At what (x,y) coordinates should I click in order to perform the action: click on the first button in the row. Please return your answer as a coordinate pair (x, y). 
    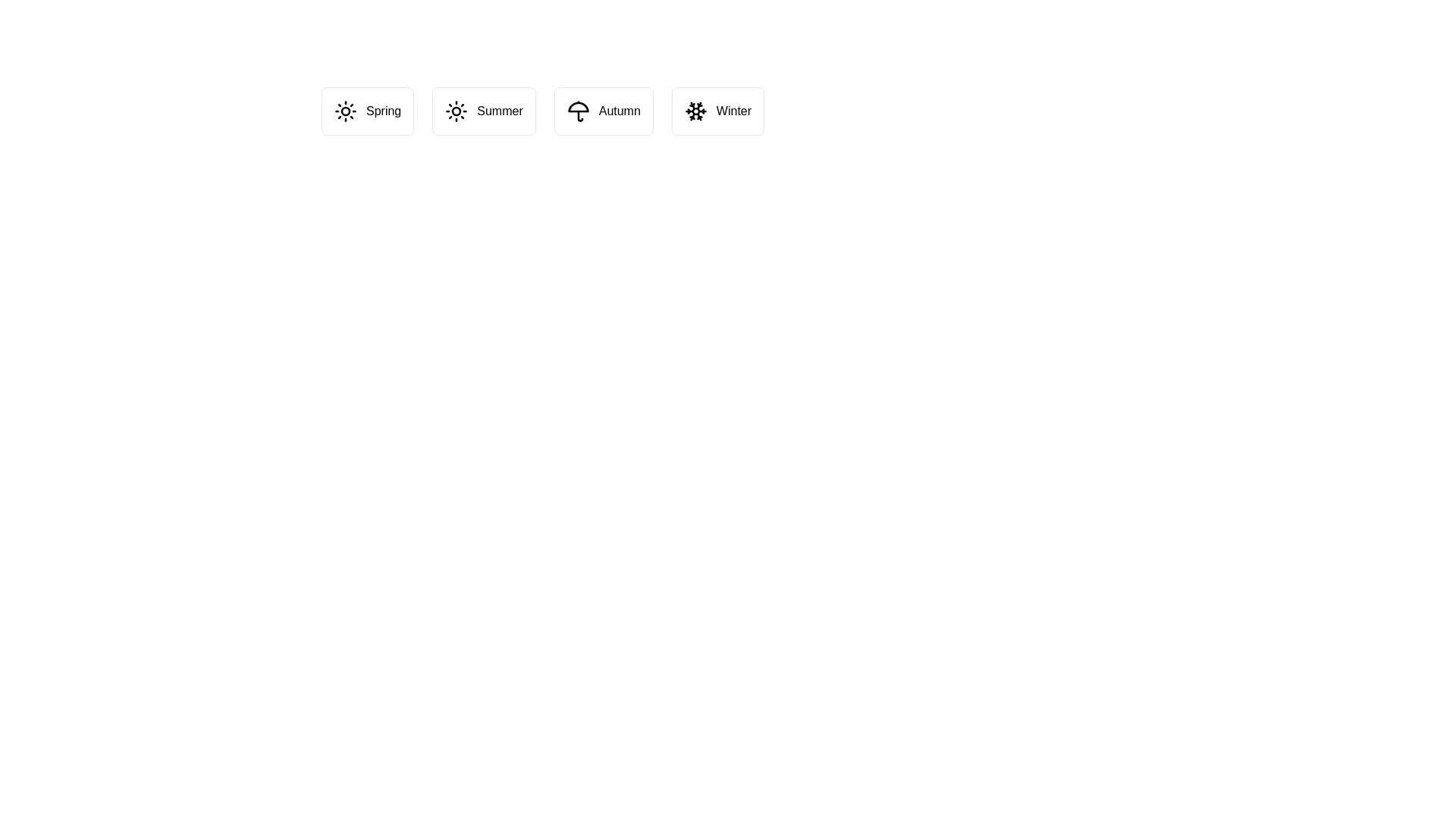
    Looking at the image, I should click on (368, 110).